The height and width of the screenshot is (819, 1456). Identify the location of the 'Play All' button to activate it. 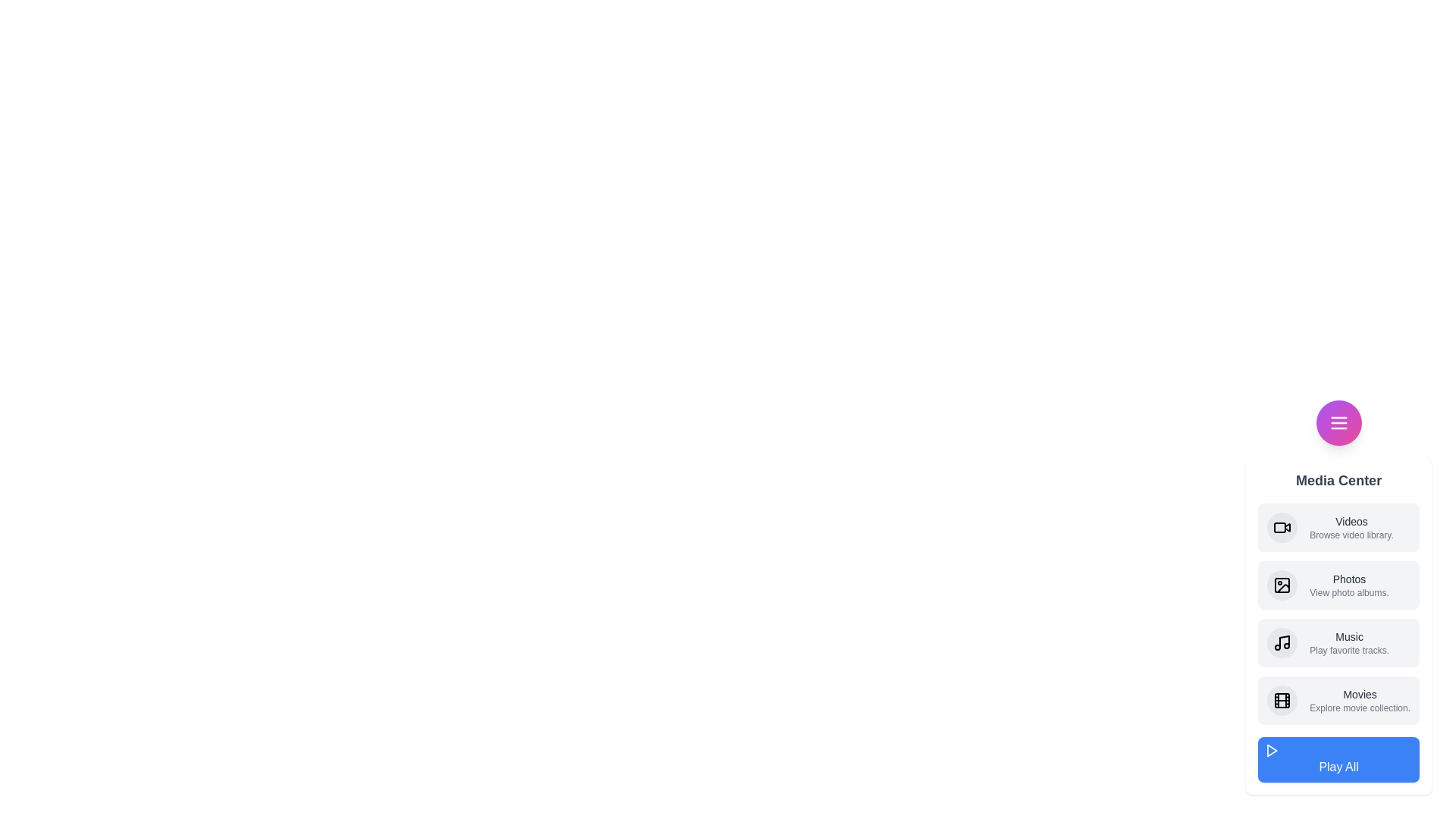
(1338, 760).